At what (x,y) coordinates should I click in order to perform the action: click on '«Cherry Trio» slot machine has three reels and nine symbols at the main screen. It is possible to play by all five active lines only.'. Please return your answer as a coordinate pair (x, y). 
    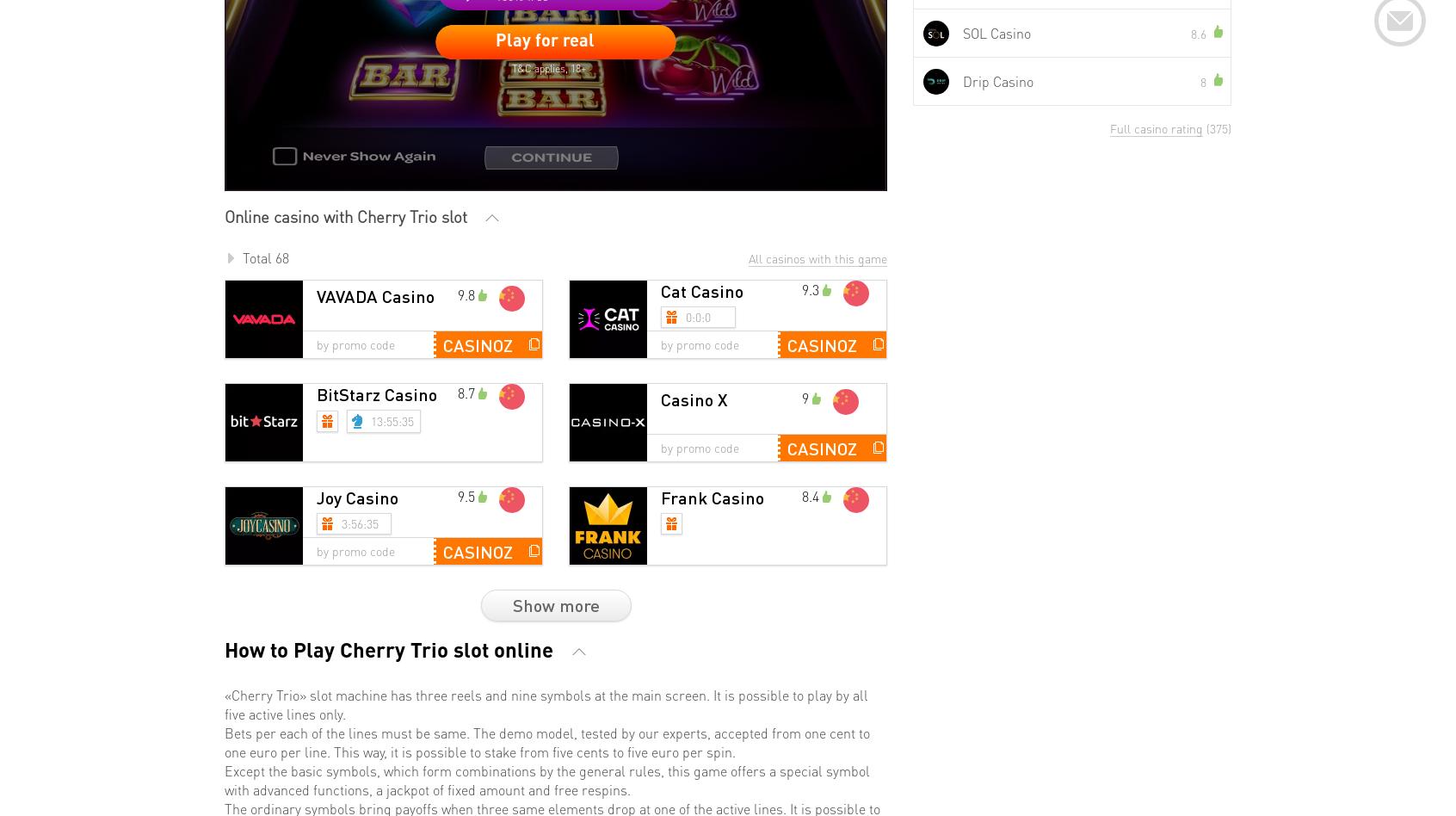
    Looking at the image, I should click on (546, 703).